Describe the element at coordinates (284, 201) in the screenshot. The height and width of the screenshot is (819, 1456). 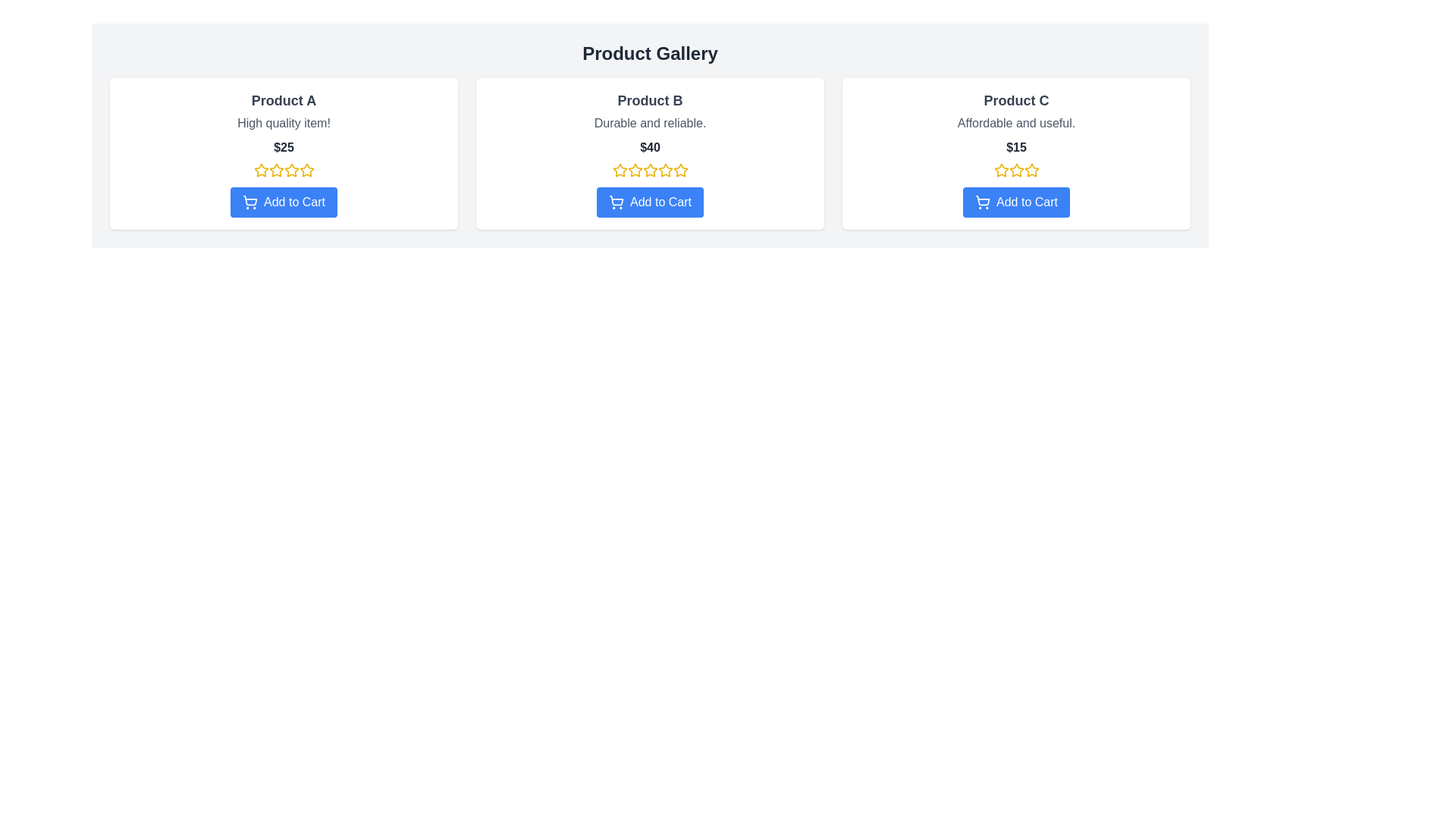
I see `the blue 'Add to Cart' button with white text, which is located at the bottom of the product card, beneath the star rating section` at that location.